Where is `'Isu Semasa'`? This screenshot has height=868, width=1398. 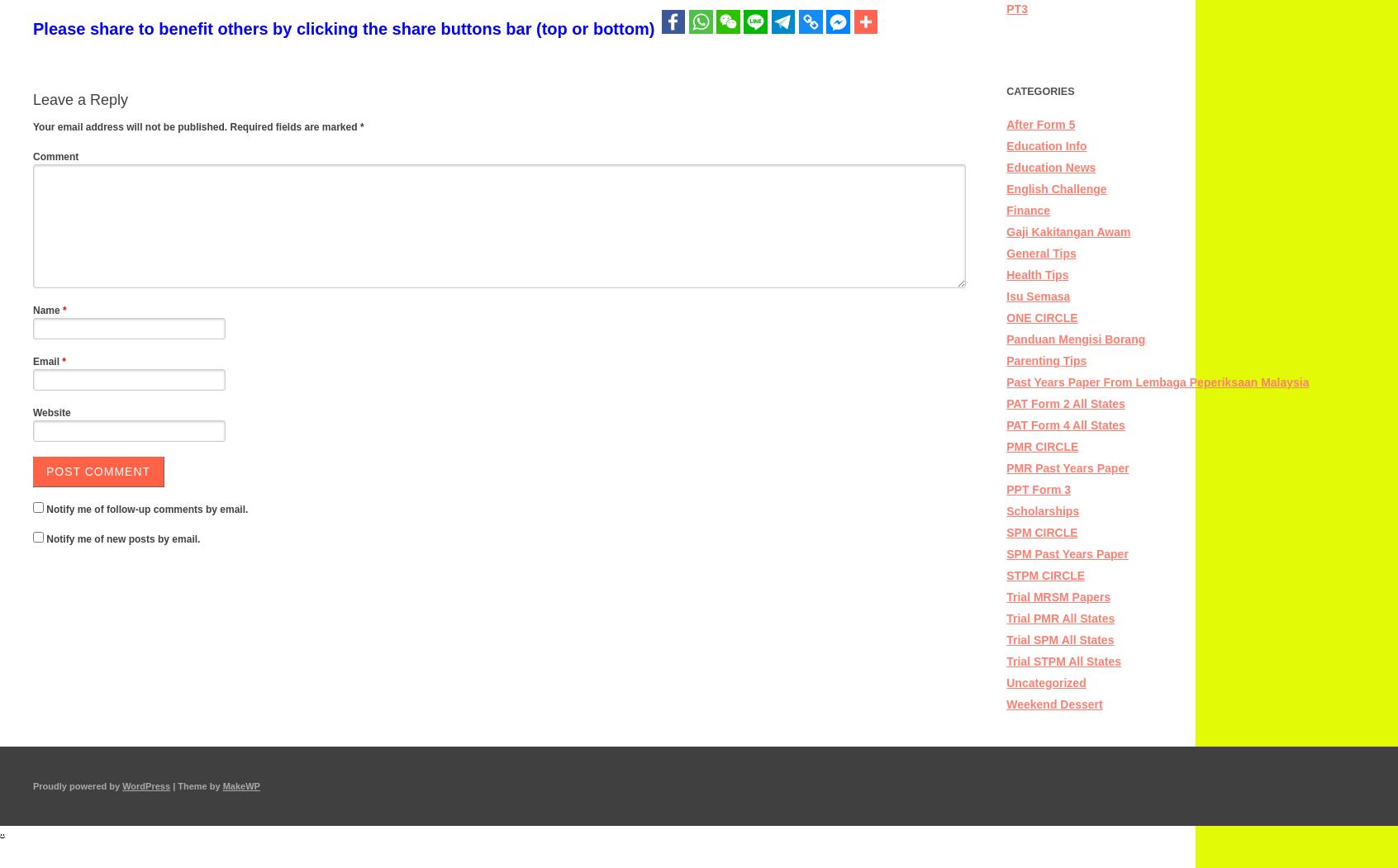
'Isu Semasa' is located at coordinates (1038, 295).